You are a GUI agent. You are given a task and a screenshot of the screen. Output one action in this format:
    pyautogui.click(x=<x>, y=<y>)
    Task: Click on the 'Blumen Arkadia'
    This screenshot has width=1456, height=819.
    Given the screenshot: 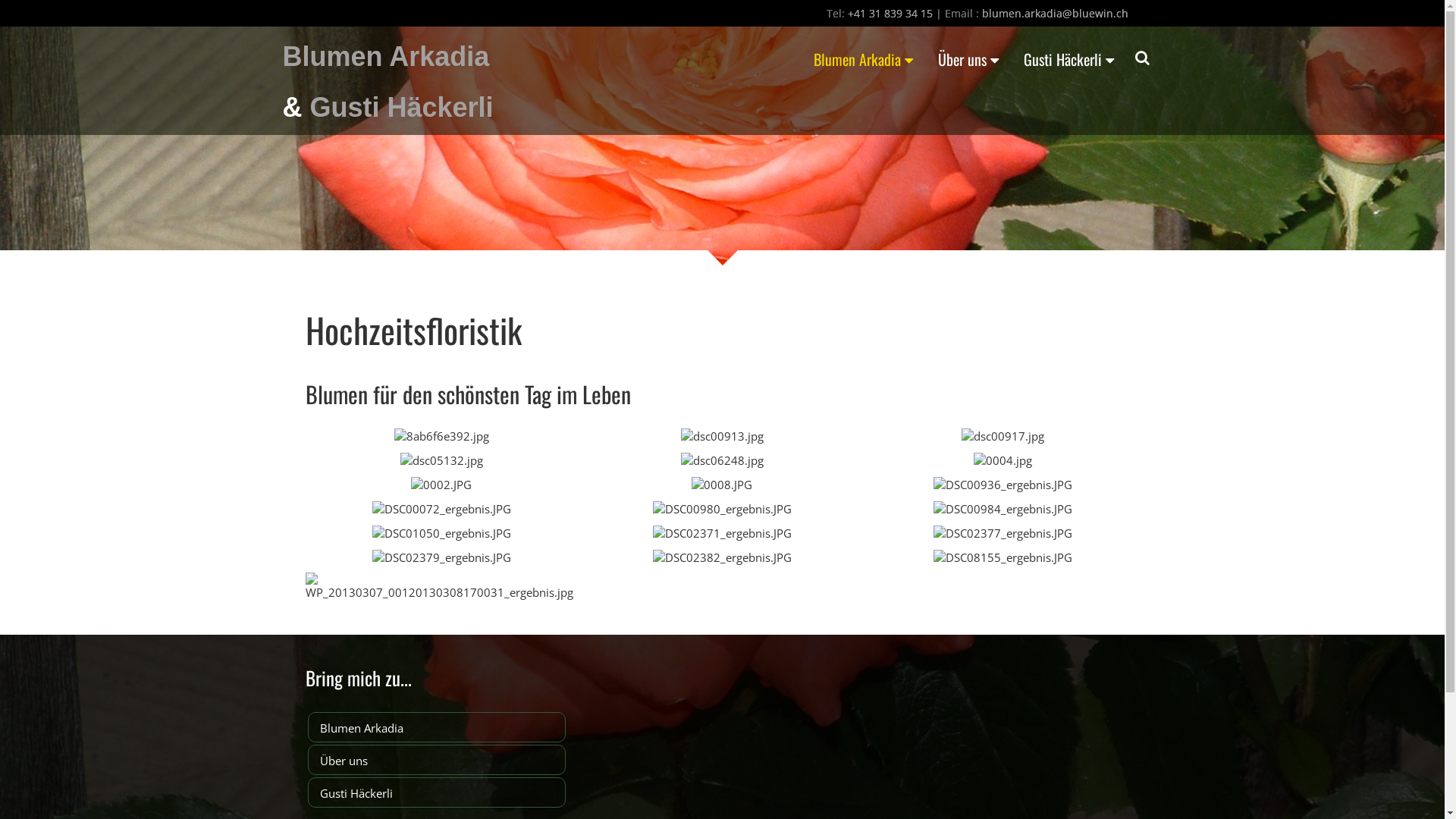 What is the action you would take?
    pyautogui.click(x=282, y=55)
    